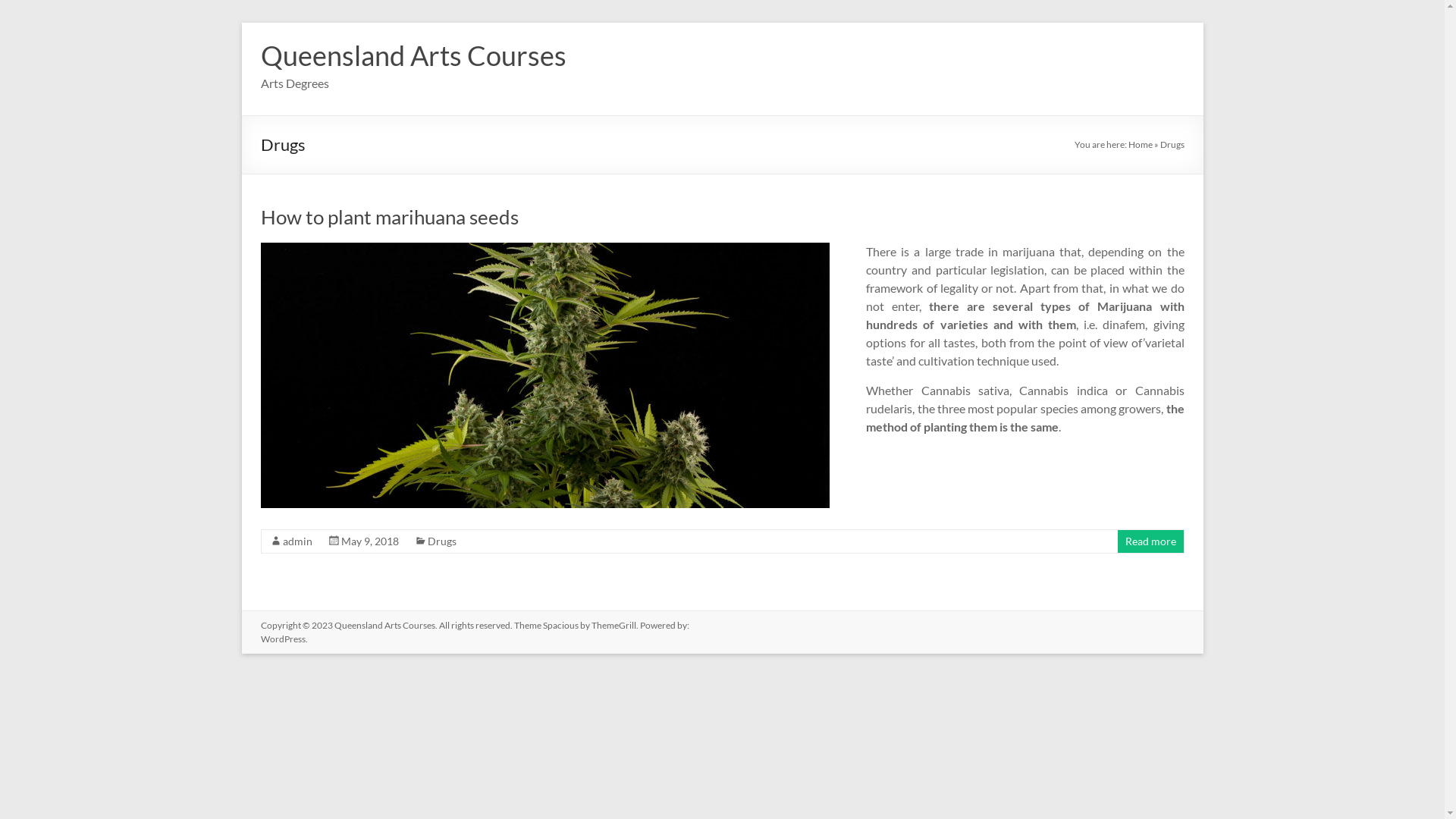 Image resolution: width=1456 pixels, height=819 pixels. Describe the element at coordinates (441, 540) in the screenshot. I see `'Drugs'` at that location.